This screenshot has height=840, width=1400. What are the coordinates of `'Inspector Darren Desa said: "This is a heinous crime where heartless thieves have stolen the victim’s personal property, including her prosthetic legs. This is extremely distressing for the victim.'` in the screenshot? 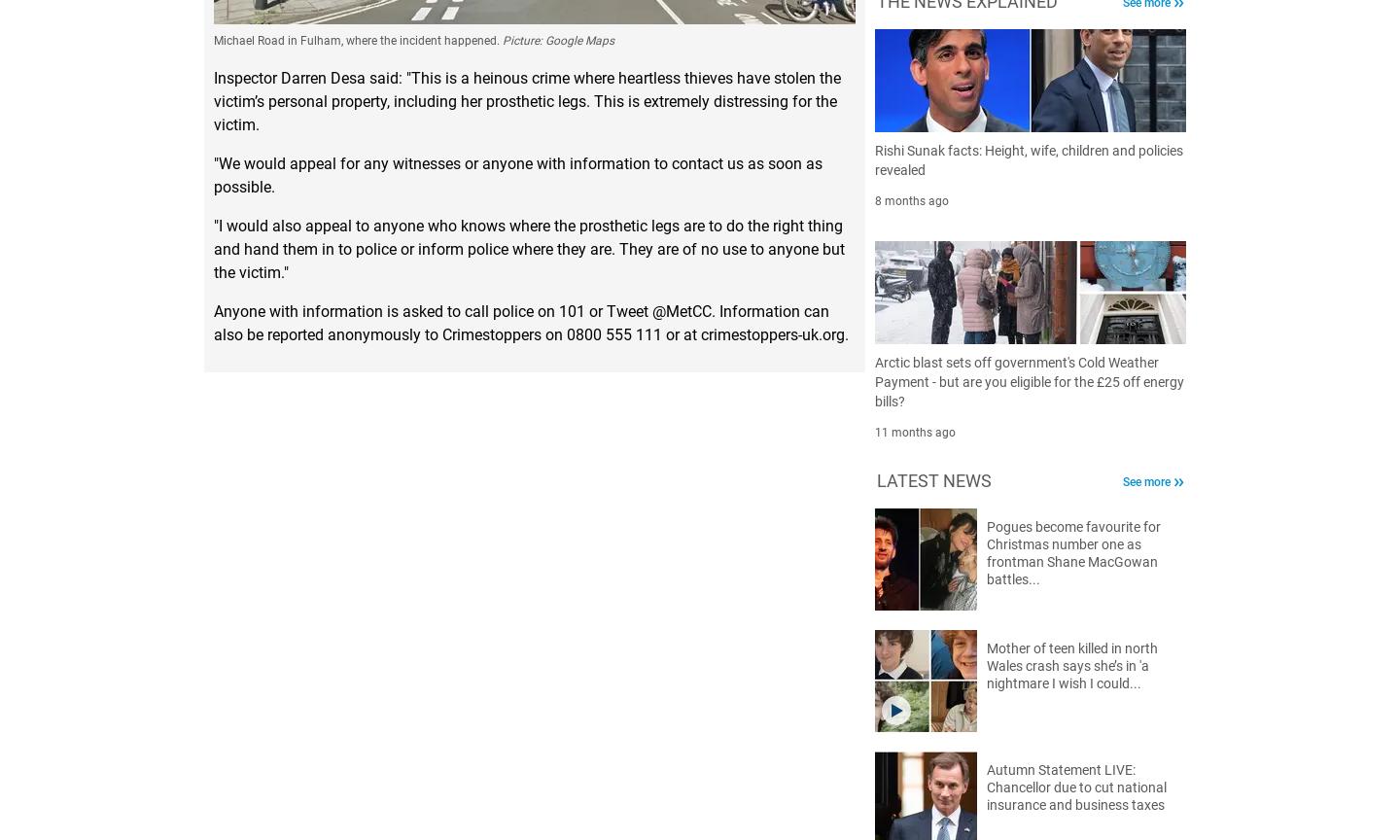 It's located at (527, 101).